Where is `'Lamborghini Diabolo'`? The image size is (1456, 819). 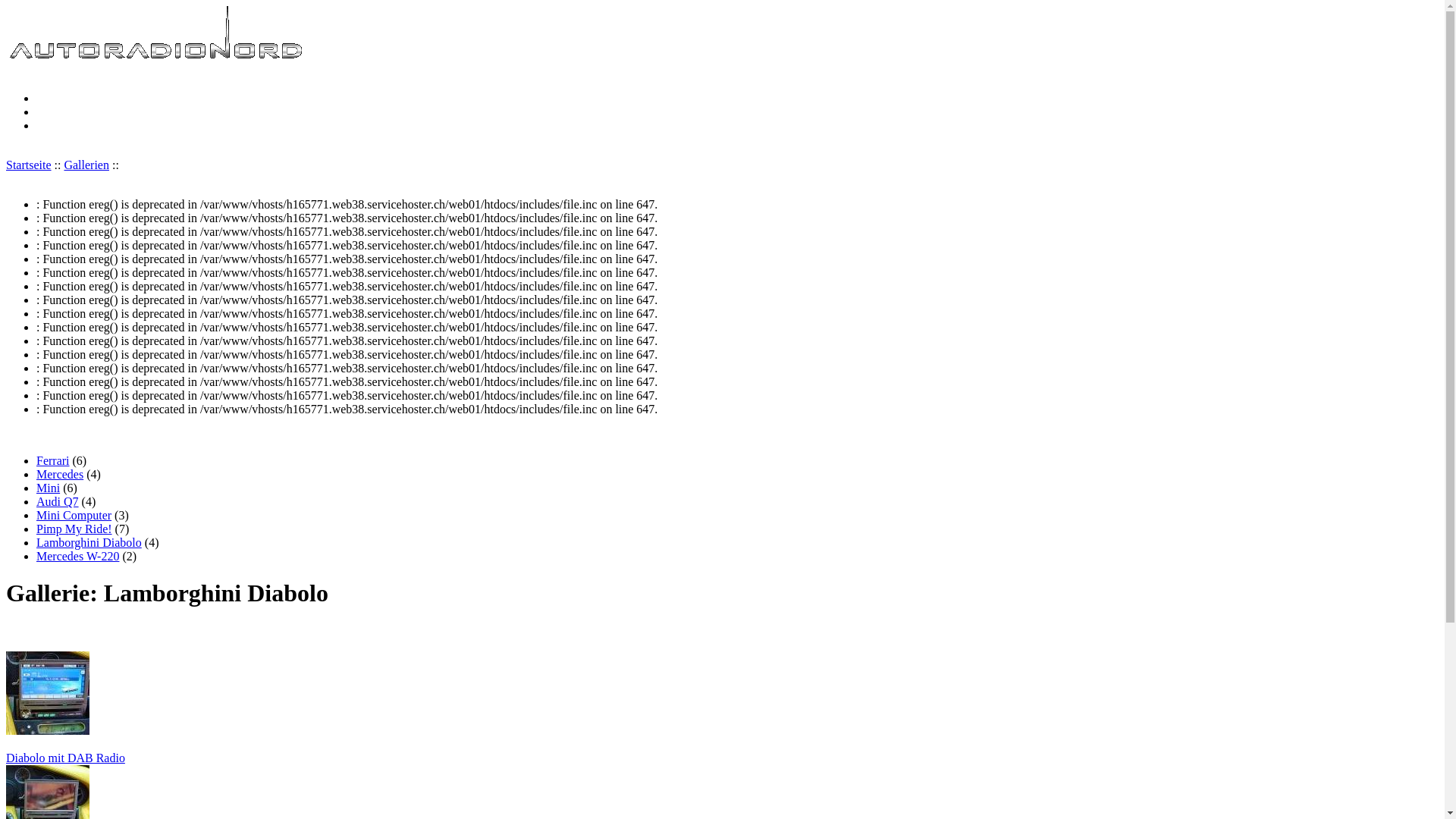
'Lamborghini Diabolo' is located at coordinates (88, 541).